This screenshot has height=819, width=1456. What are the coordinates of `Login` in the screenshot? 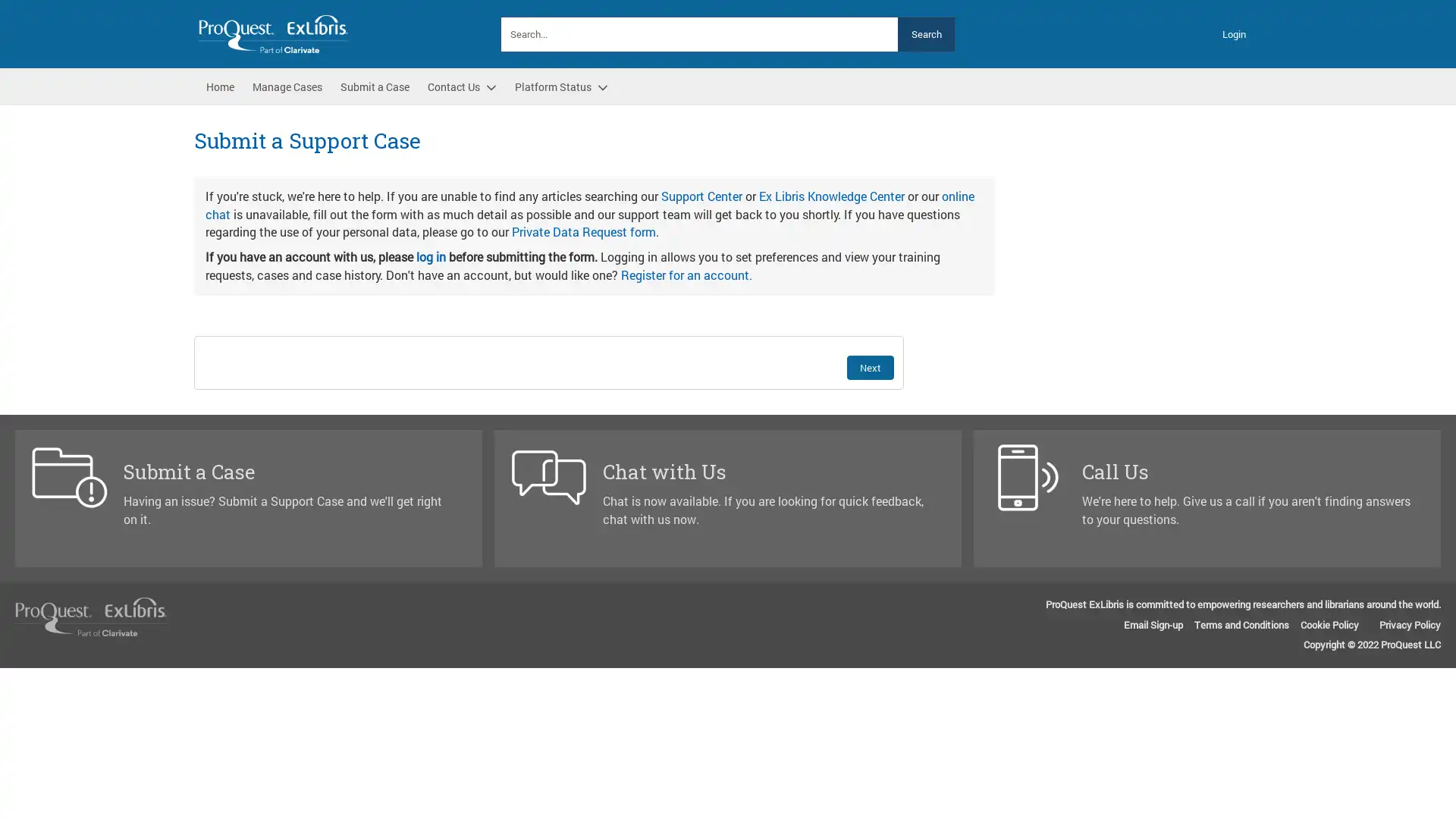 It's located at (1234, 34).